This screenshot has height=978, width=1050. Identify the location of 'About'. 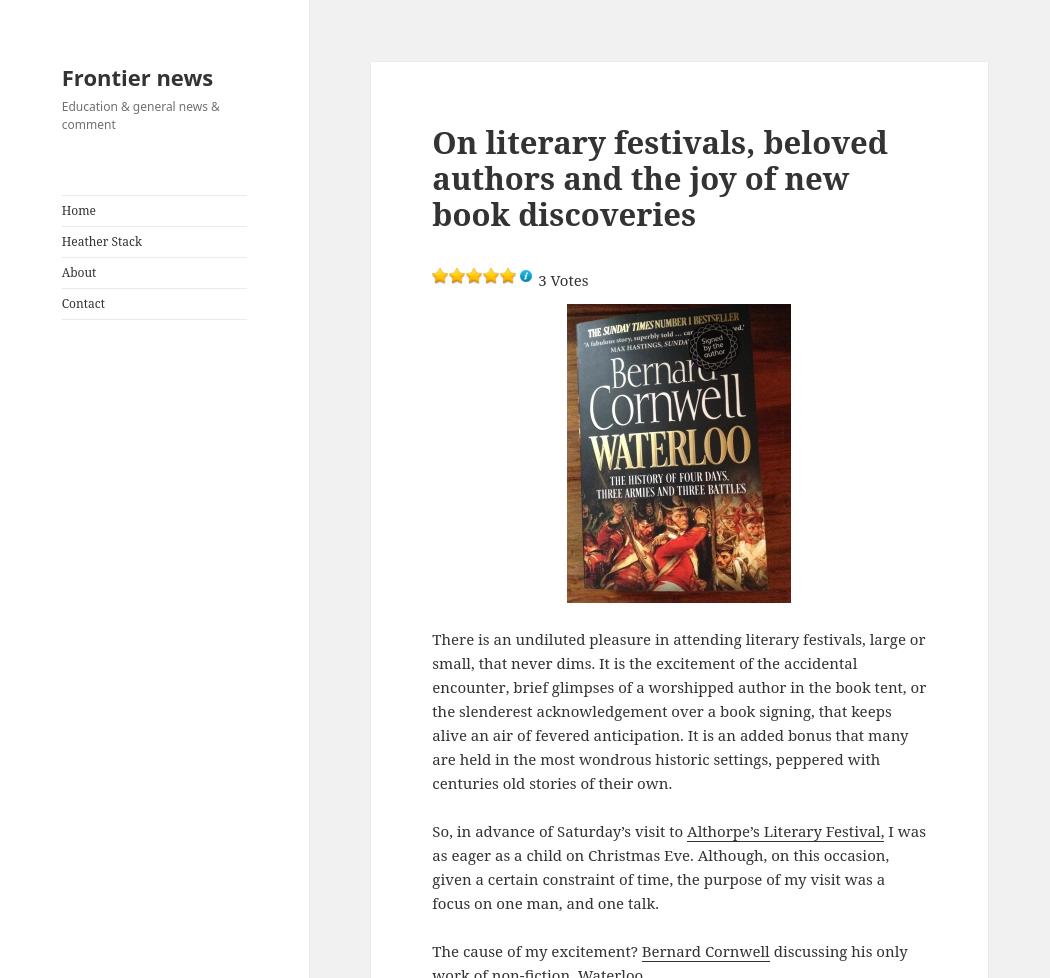
(78, 271).